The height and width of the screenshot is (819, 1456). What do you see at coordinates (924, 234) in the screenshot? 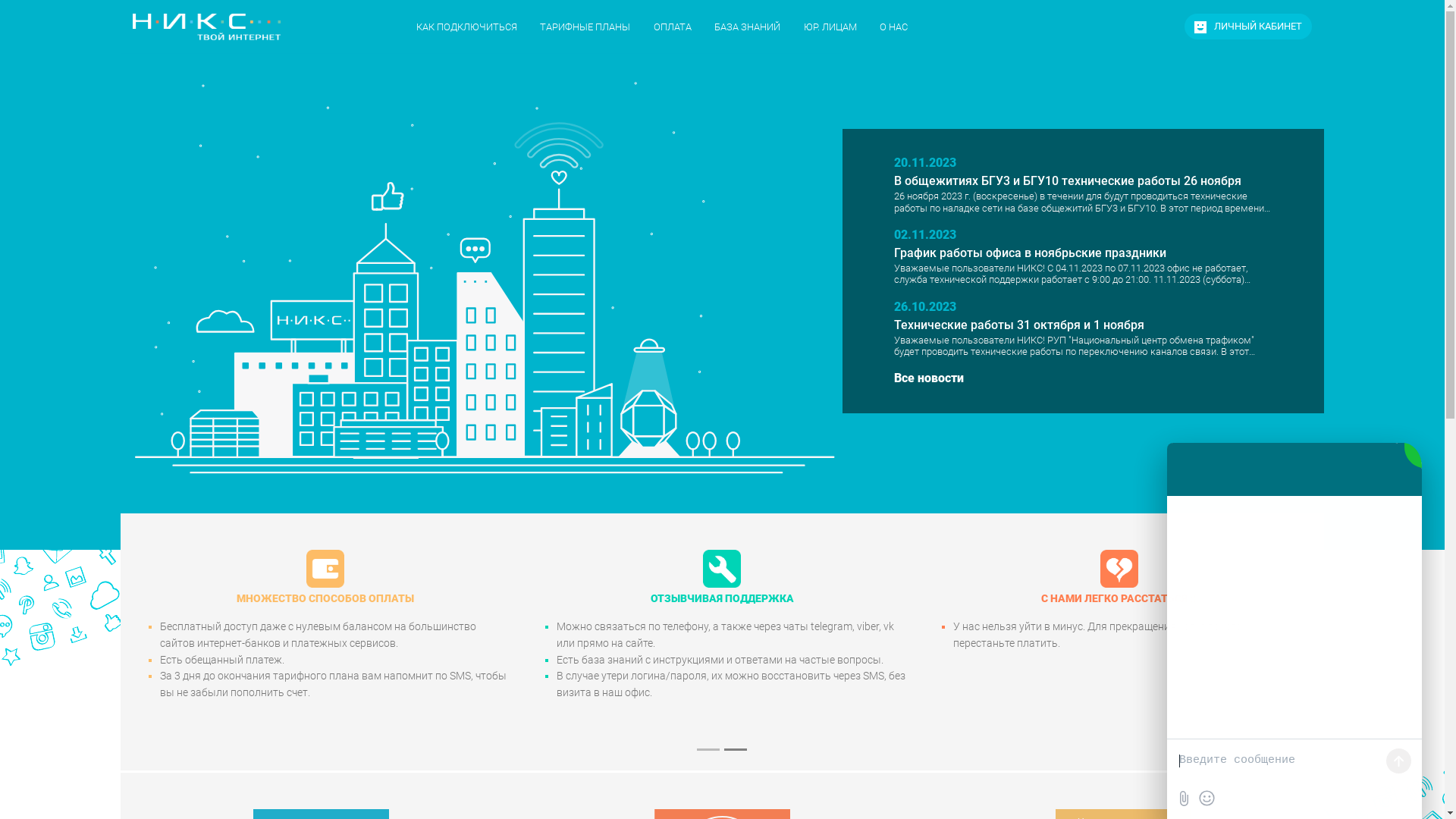
I see `'02.11.2023'` at bounding box center [924, 234].